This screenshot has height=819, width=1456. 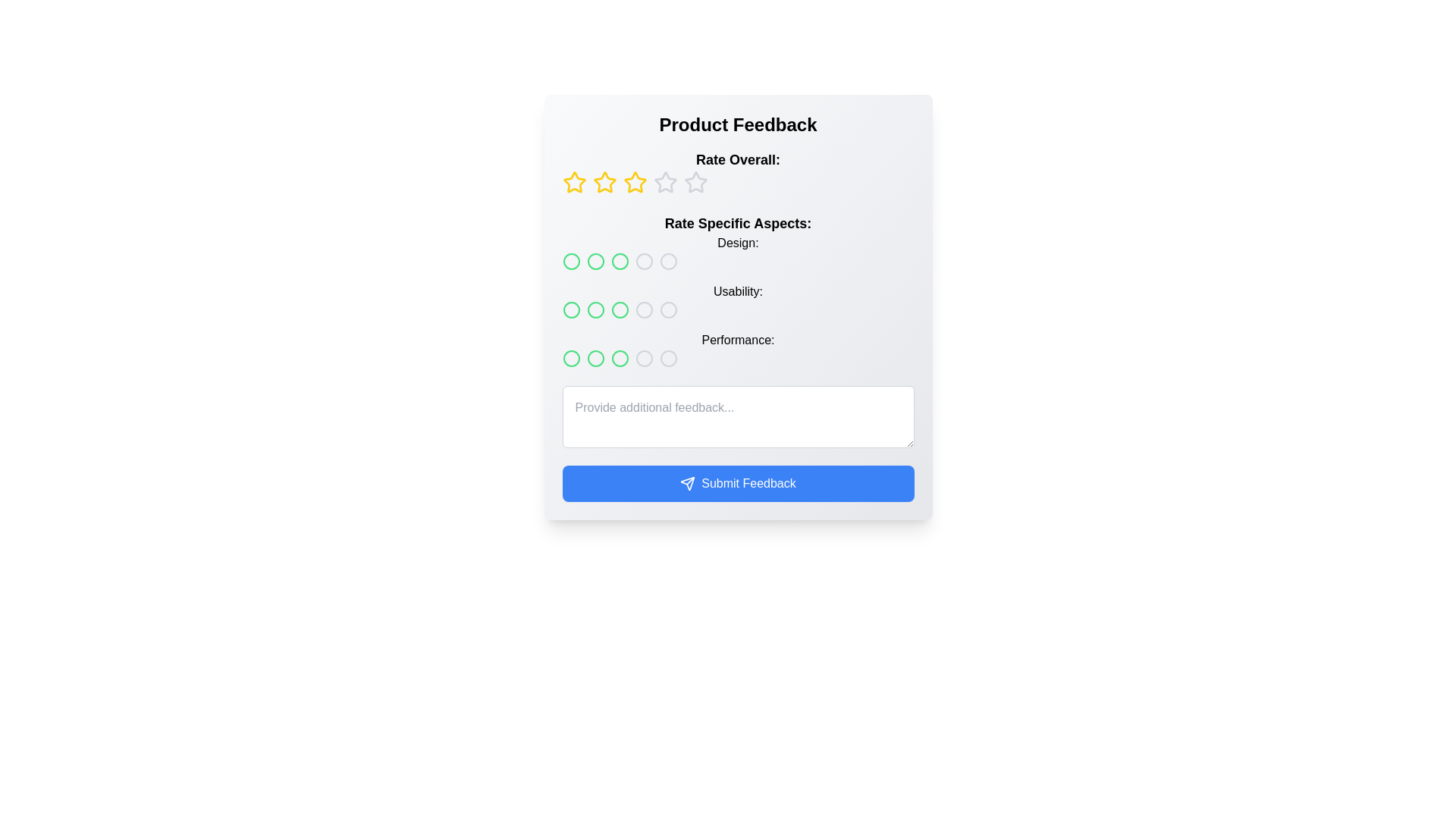 I want to click on the 'send' icon, which resembles a paper airplane, located centrally inside the 'Submit Feedback' button at the bottom of the interface, so click(x=687, y=483).